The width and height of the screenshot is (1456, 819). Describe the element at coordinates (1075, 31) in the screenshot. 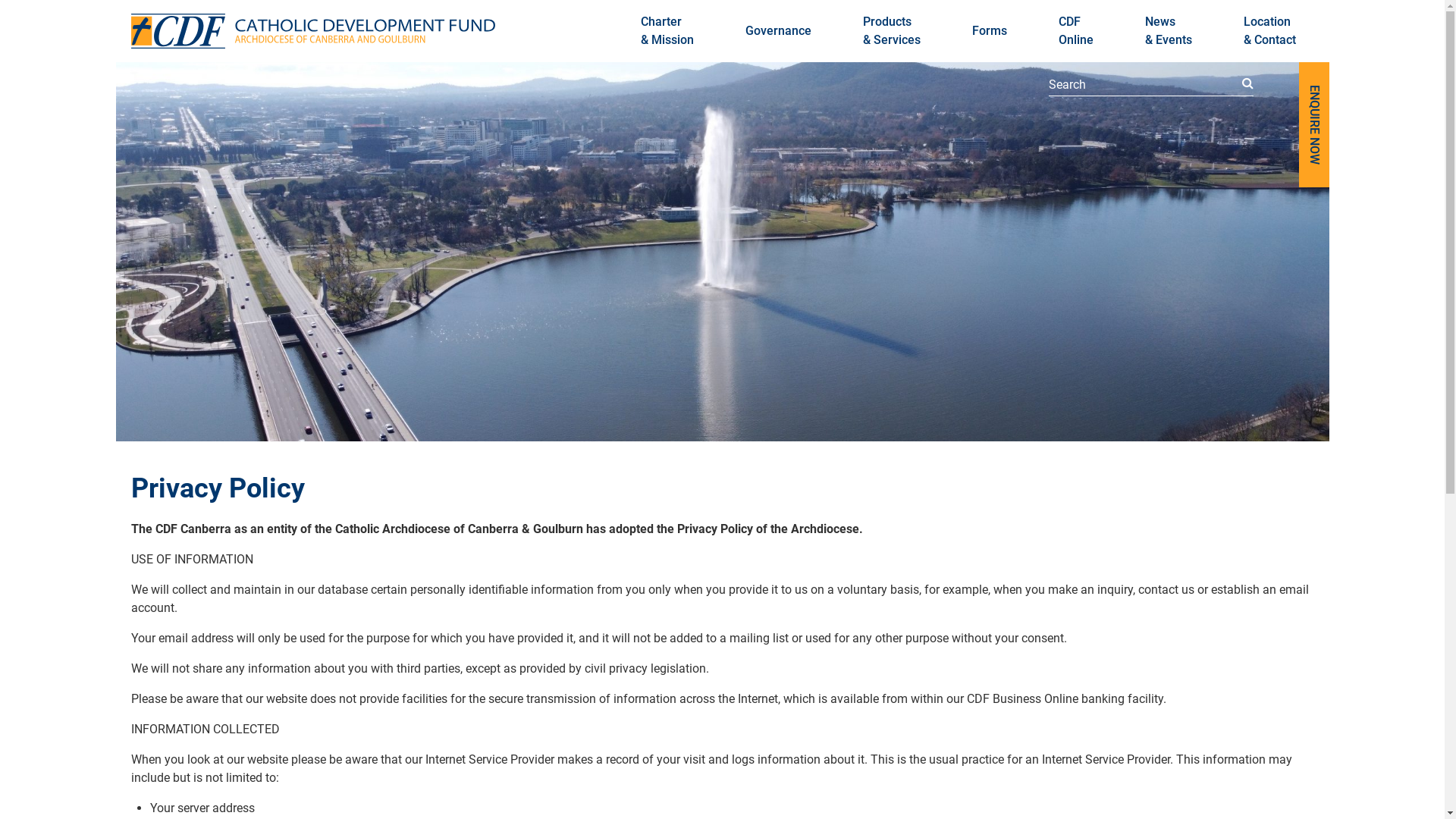

I see `'CDF` at that location.